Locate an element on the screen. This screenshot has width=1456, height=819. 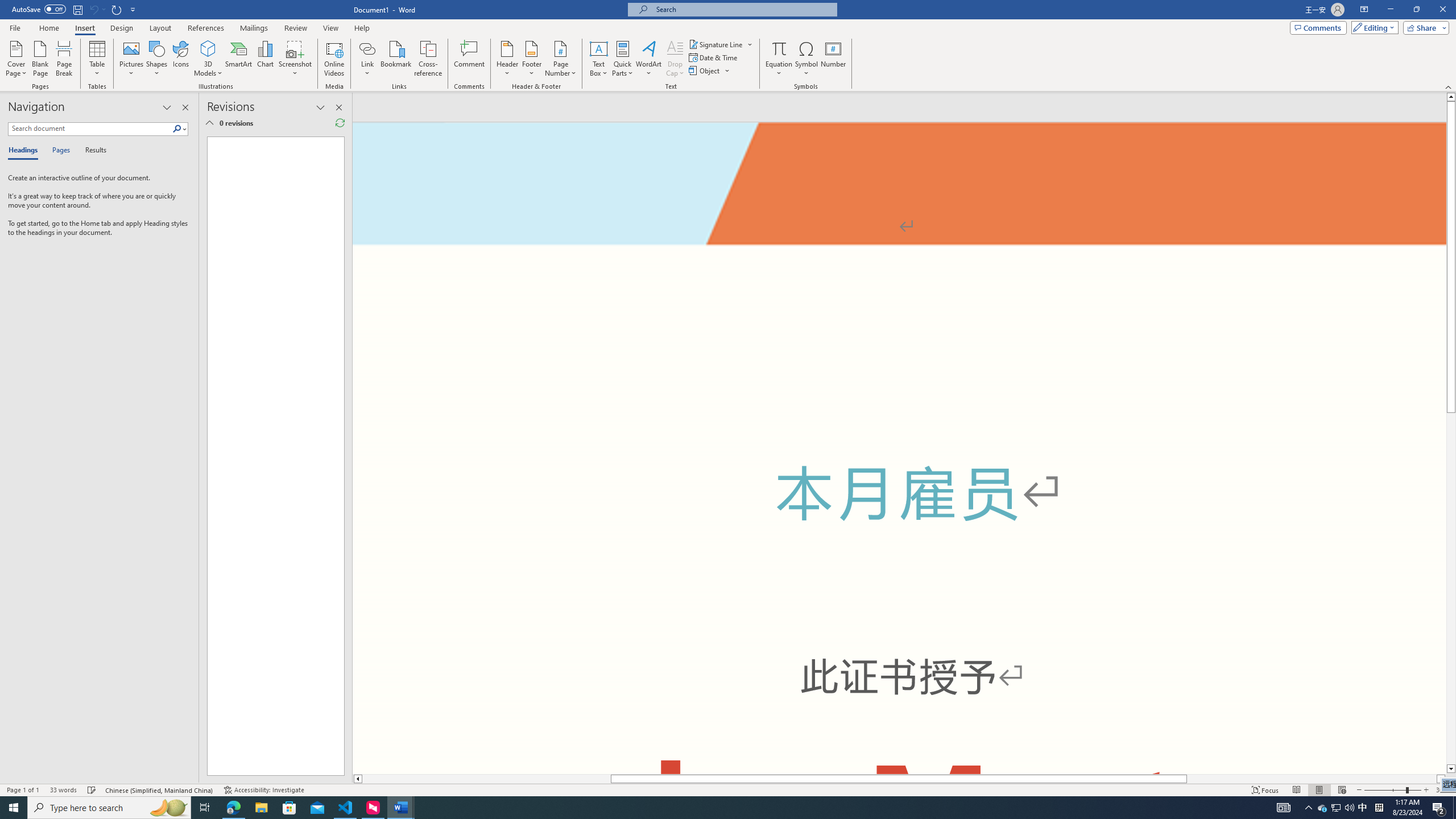
'WordArt' is located at coordinates (648, 59).